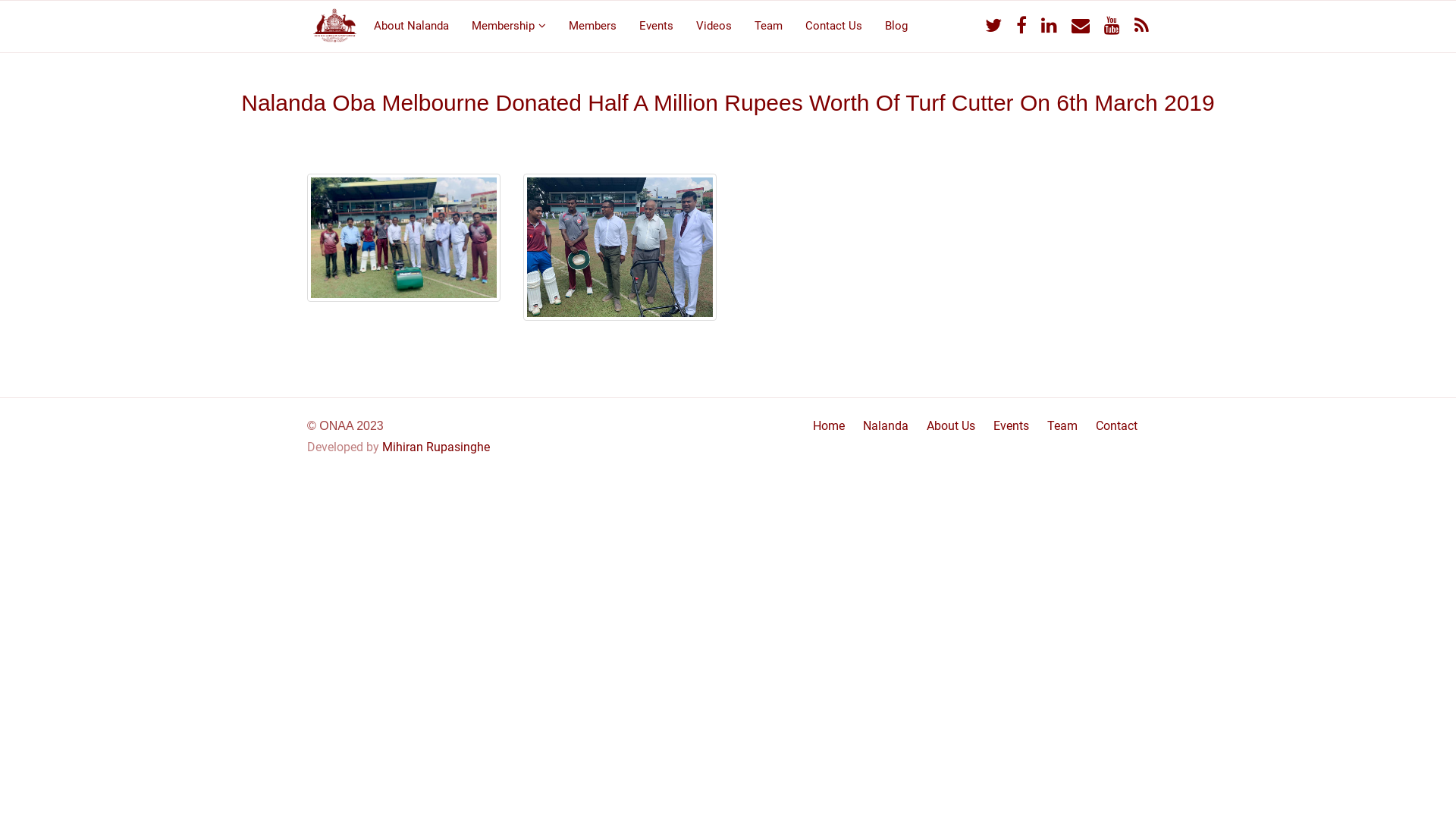  Describe the element at coordinates (1011, 425) in the screenshot. I see `'Events'` at that location.